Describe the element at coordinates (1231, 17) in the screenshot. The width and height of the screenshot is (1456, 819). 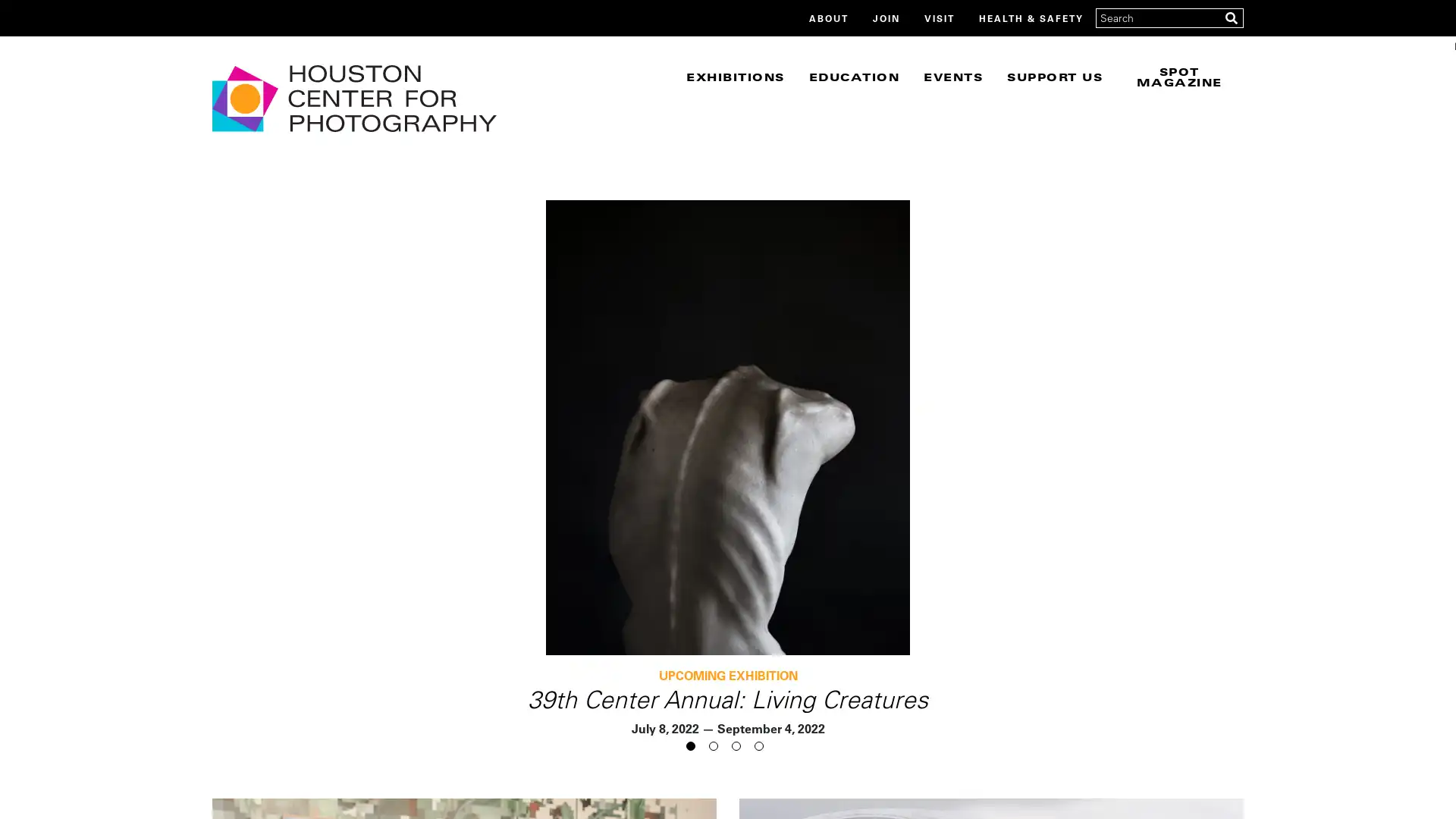
I see `Search` at that location.